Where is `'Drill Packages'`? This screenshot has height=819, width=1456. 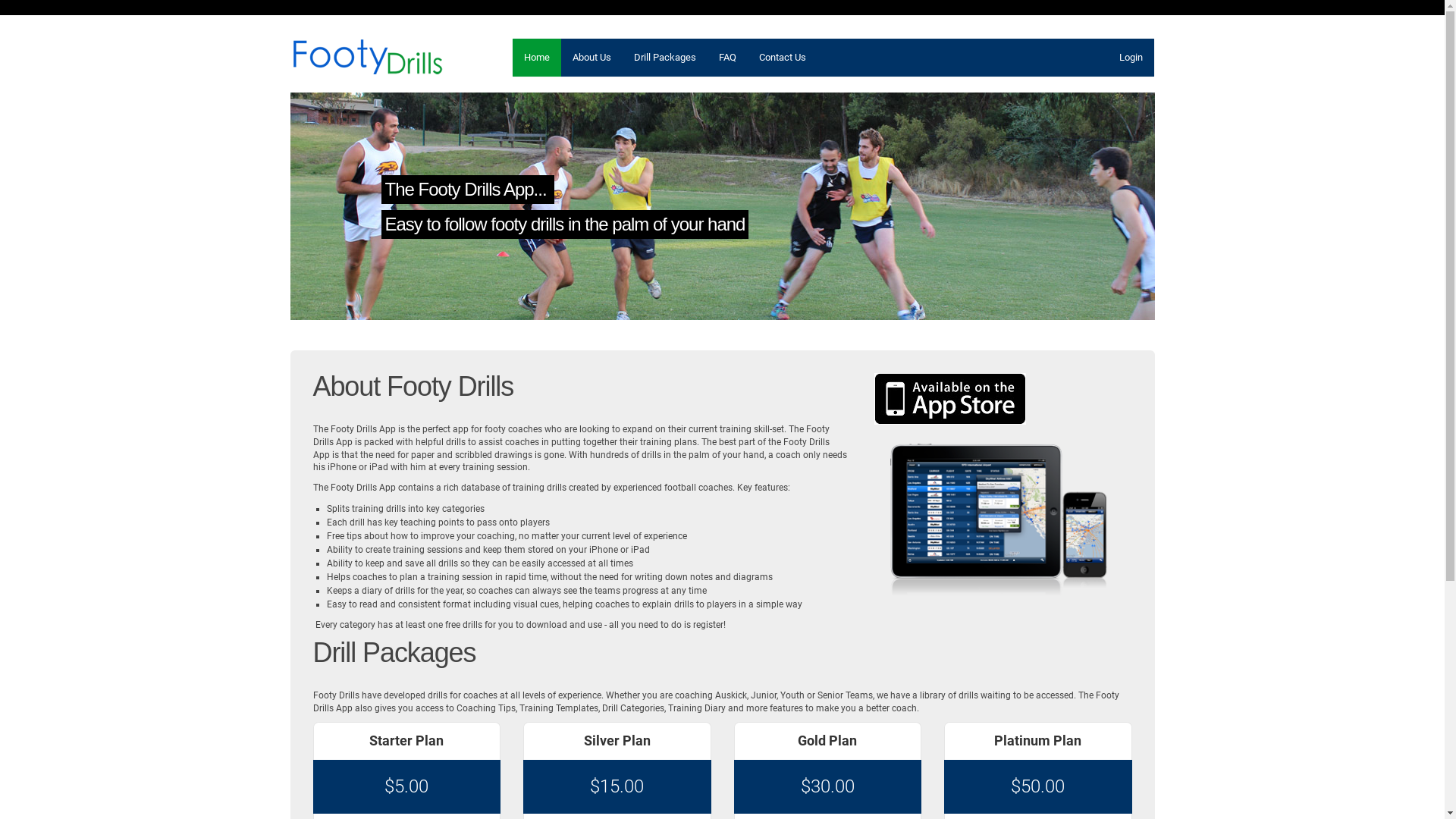
'Drill Packages' is located at coordinates (622, 57).